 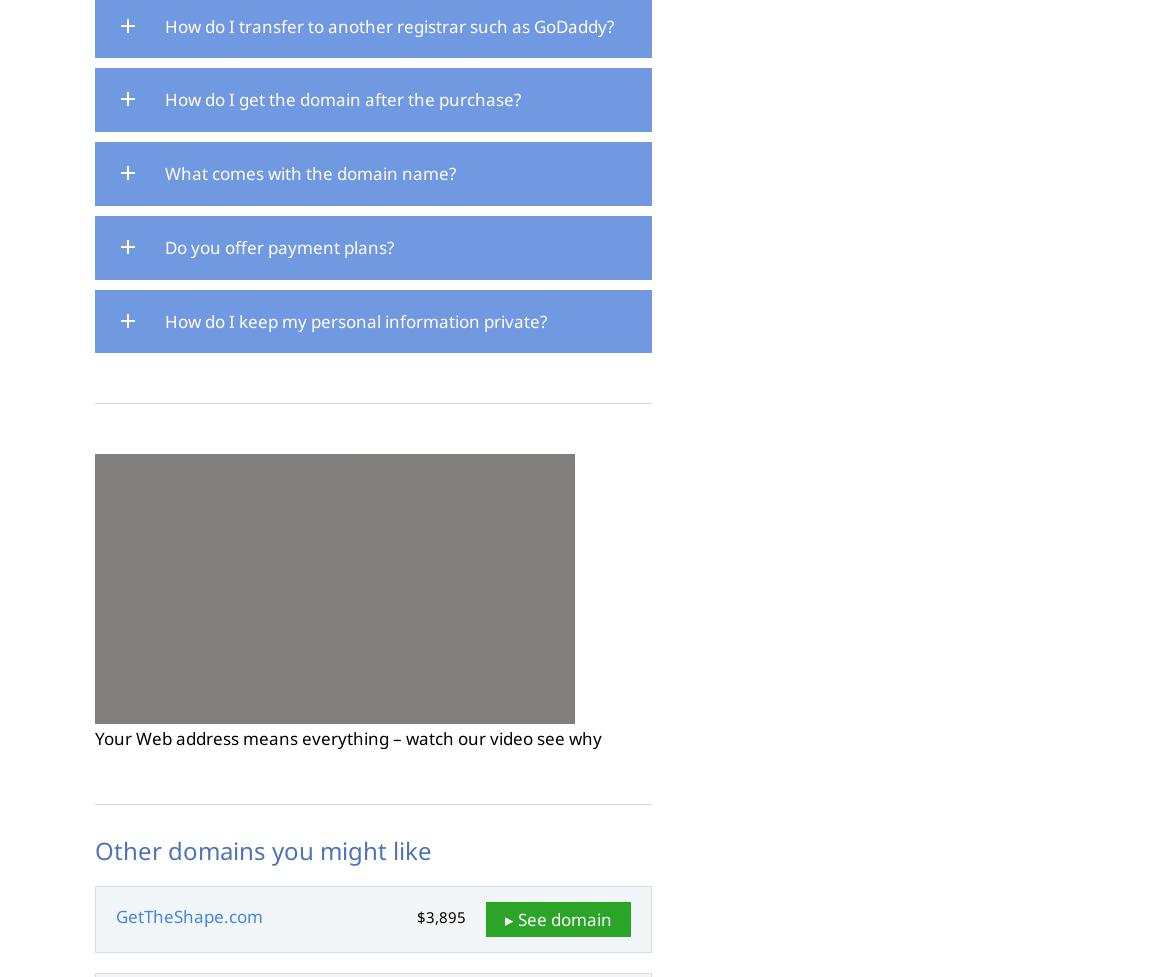 What do you see at coordinates (310, 172) in the screenshot?
I see `'What comes with the domain name?'` at bounding box center [310, 172].